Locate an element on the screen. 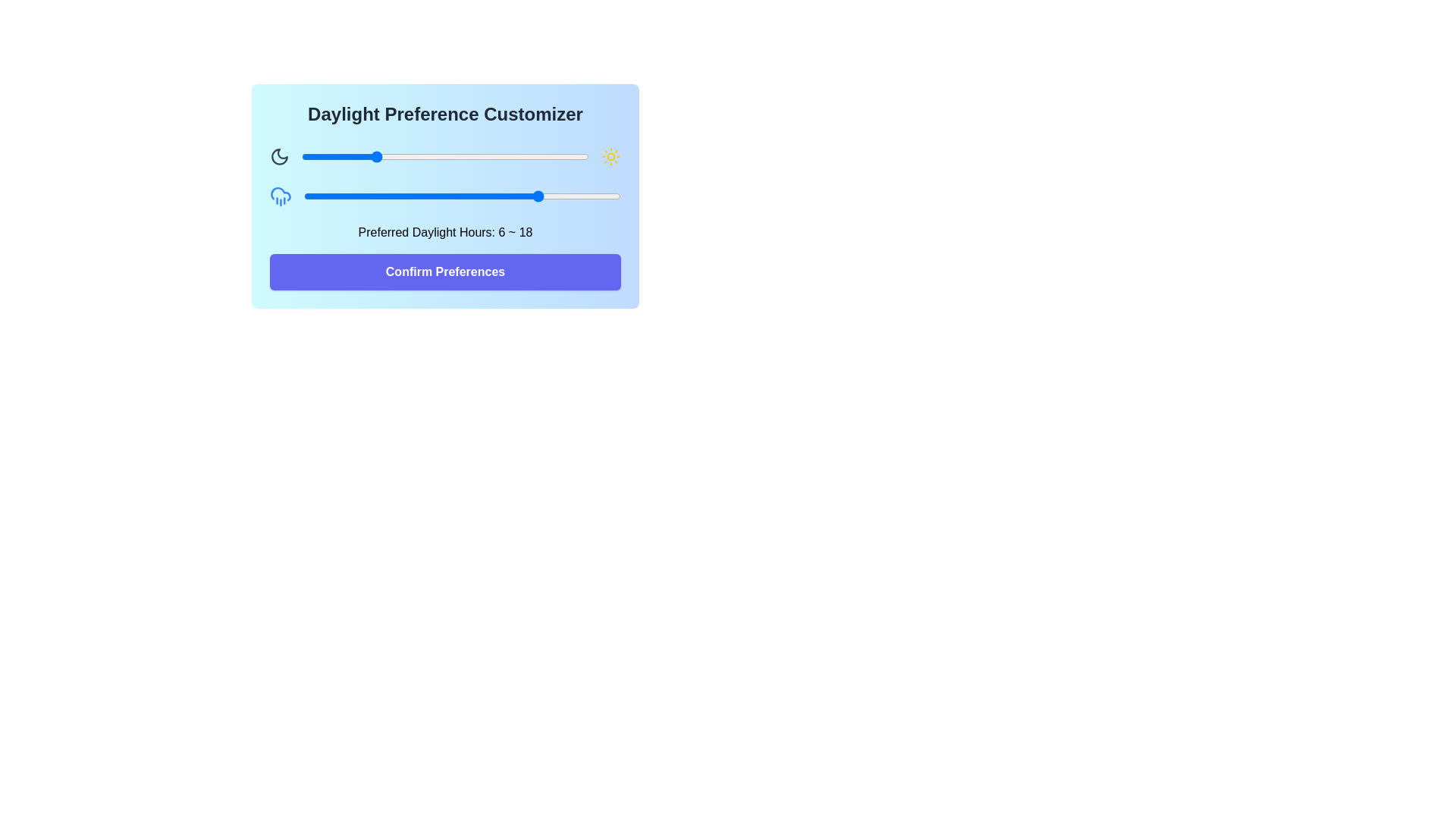  the daylight preference is located at coordinates (316, 195).